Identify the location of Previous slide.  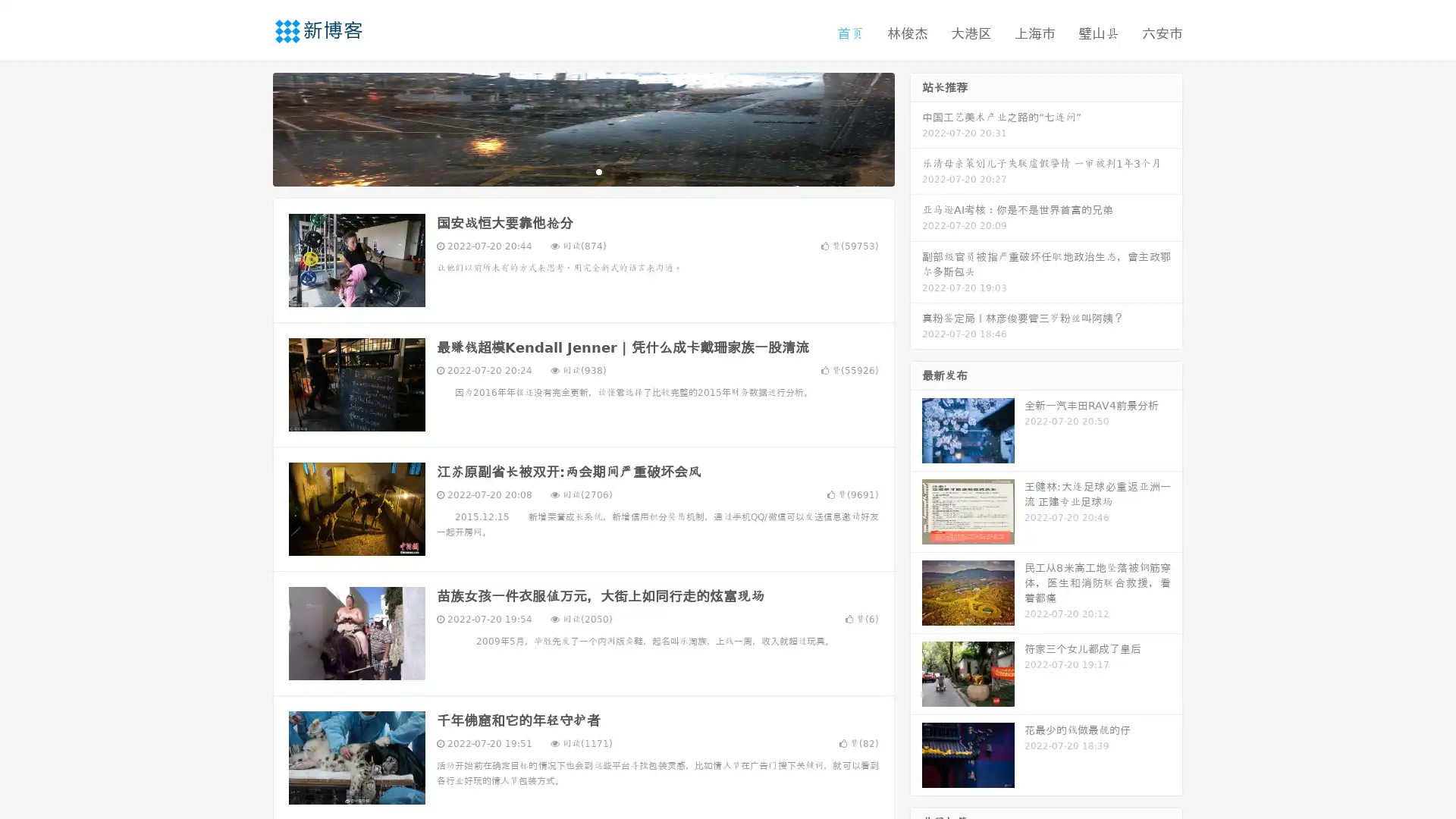
(250, 127).